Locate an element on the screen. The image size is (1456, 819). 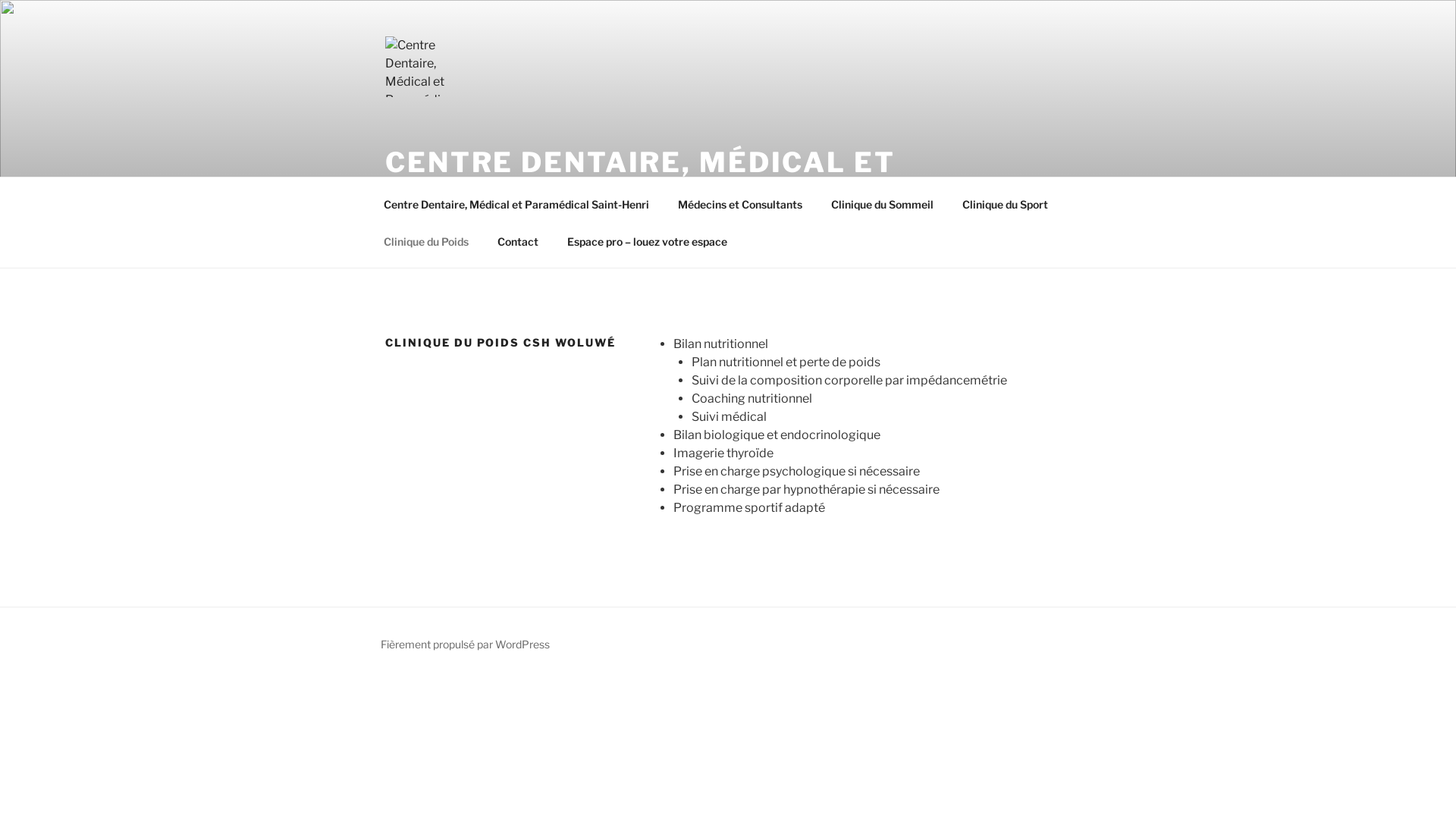
'Contact' is located at coordinates (517, 240).